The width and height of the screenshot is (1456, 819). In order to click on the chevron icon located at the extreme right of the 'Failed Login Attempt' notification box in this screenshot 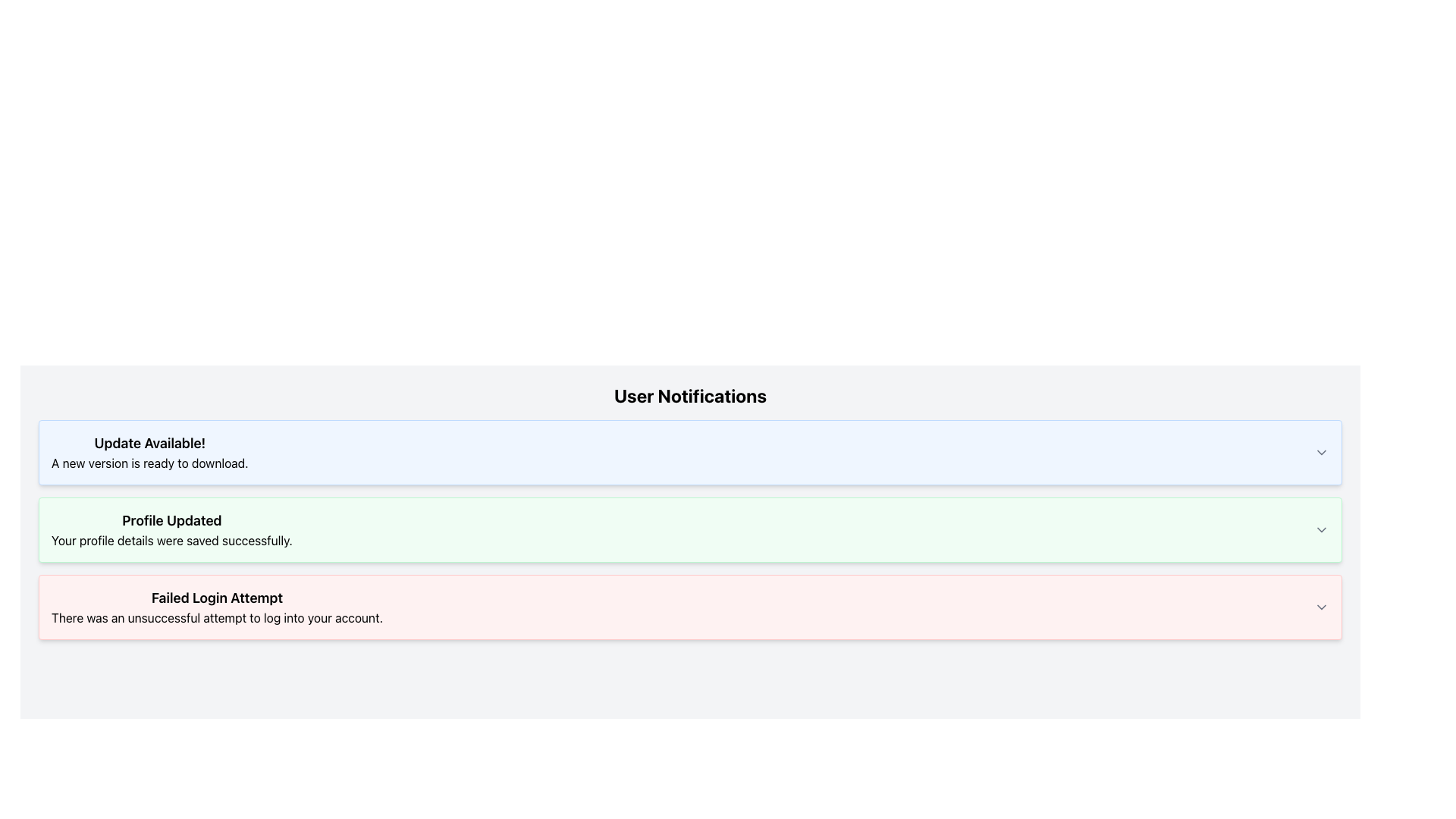, I will do `click(1320, 607)`.